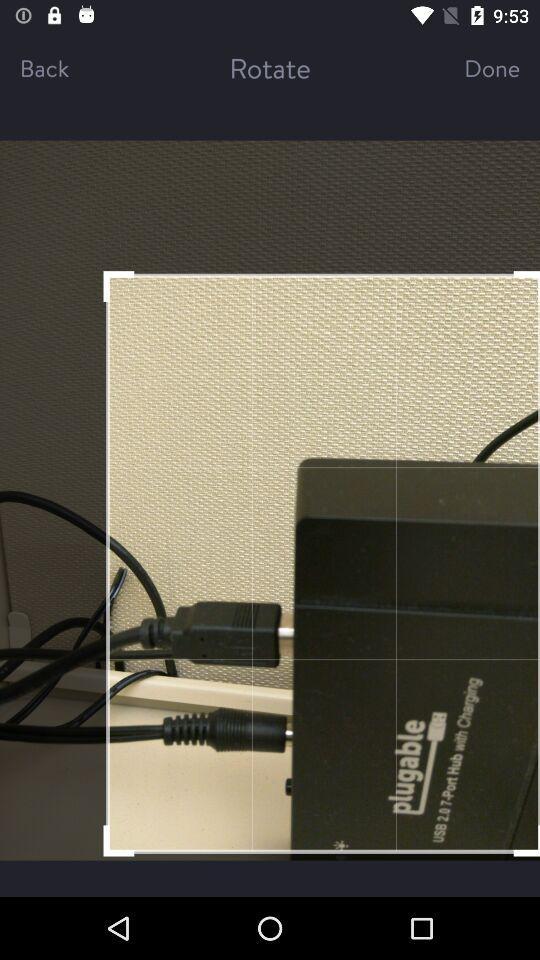 The width and height of the screenshot is (540, 960). I want to click on item to the right of the rotate item, so click(473, 67).